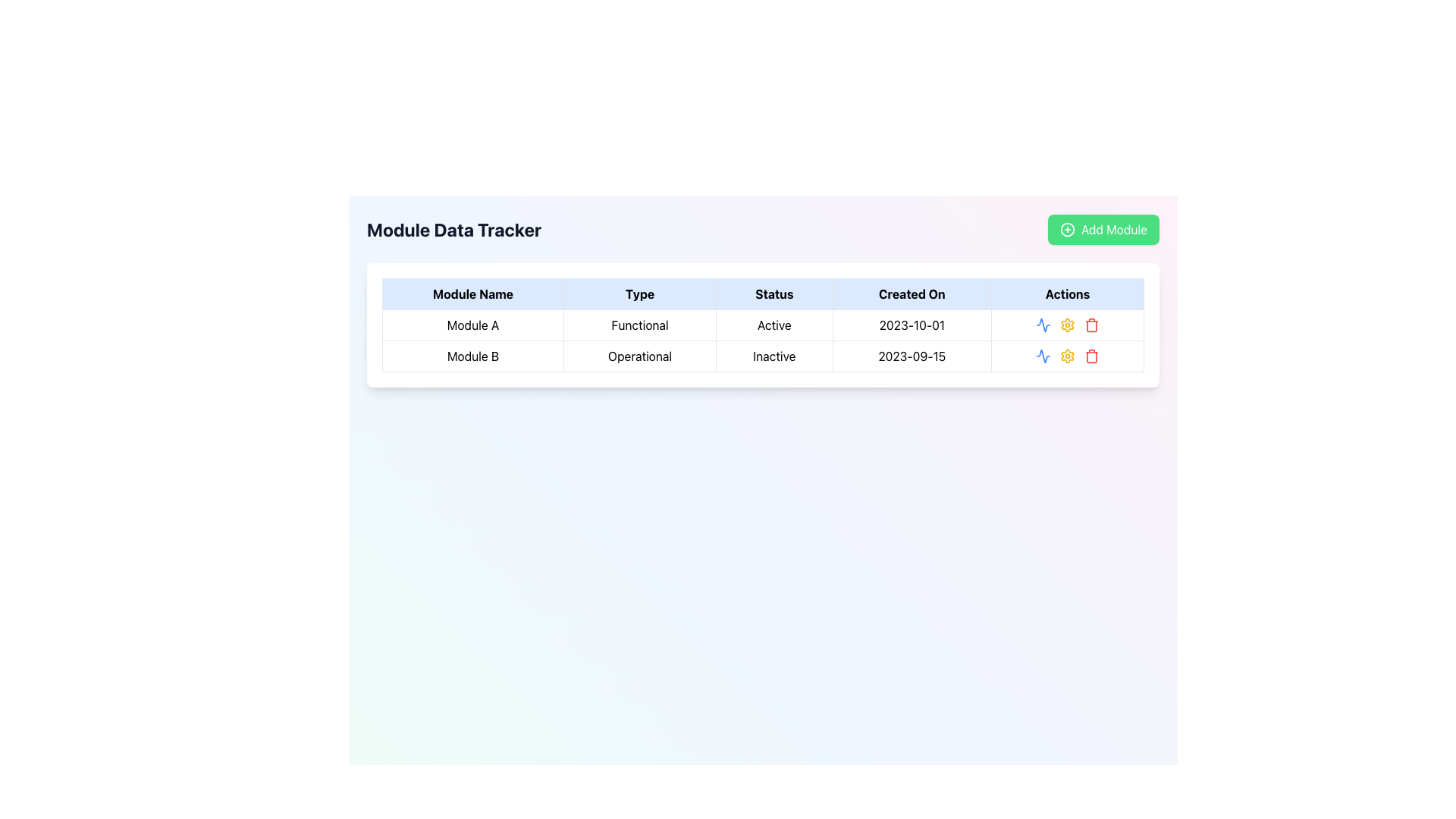 This screenshot has height=819, width=1456. I want to click on the SVG Circle that is part of the green 'Add Module' button located in the upper-right corner of the interface, so click(1066, 230).